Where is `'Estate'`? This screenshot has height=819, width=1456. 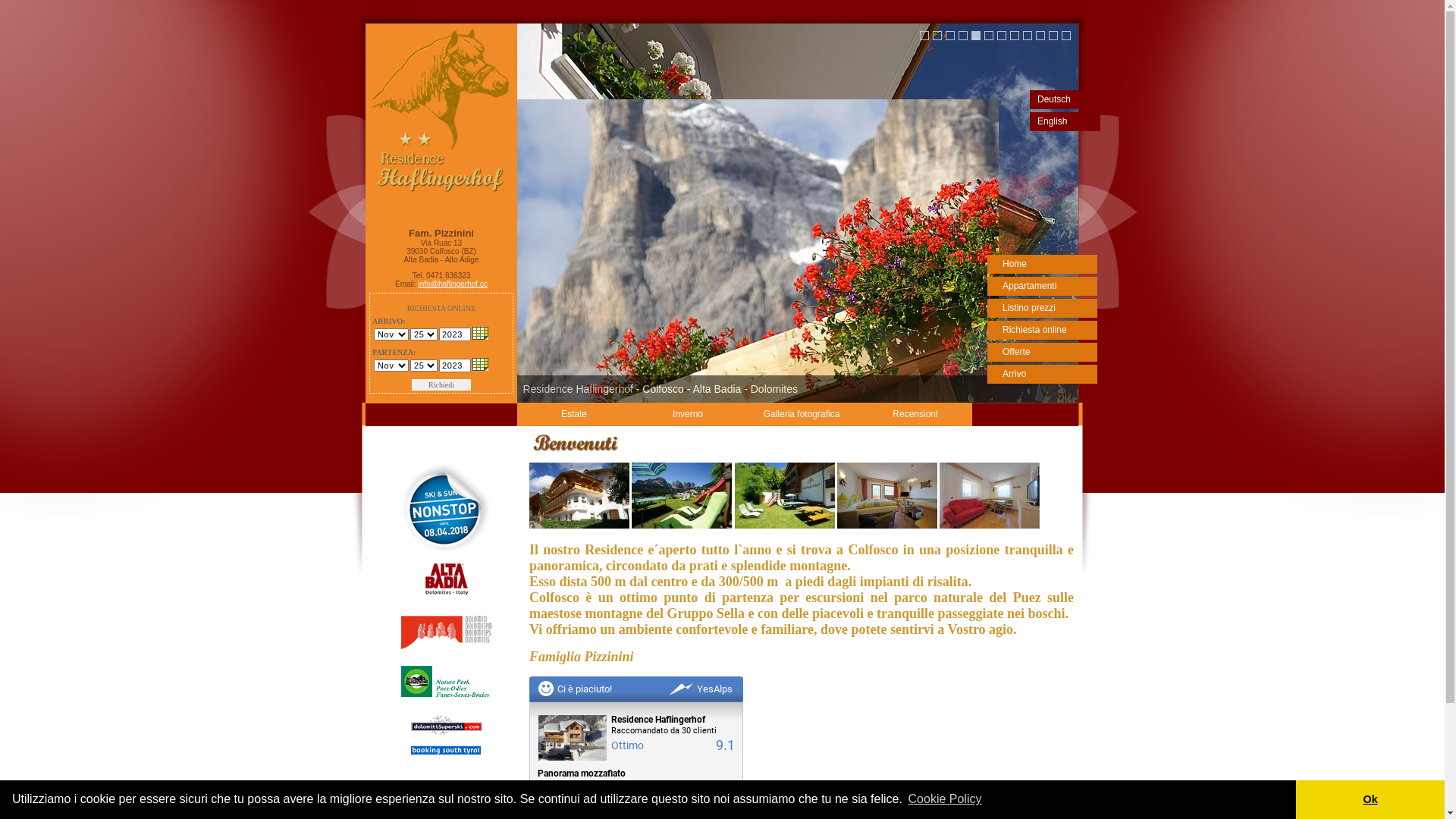
'Estate' is located at coordinates (573, 414).